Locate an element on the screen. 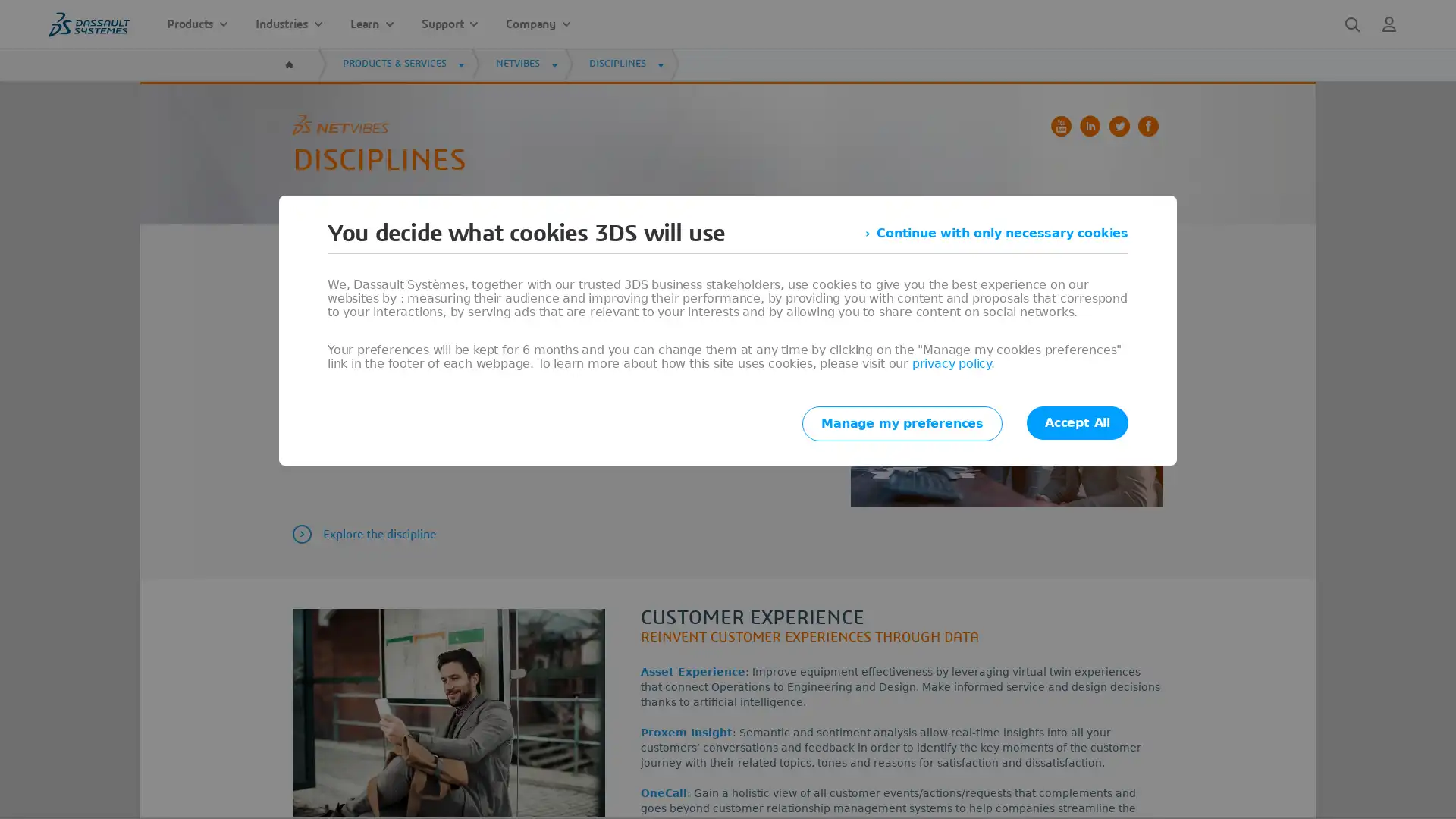 Image resolution: width=1456 pixels, height=819 pixels. Global Search is located at coordinates (1353, 24).